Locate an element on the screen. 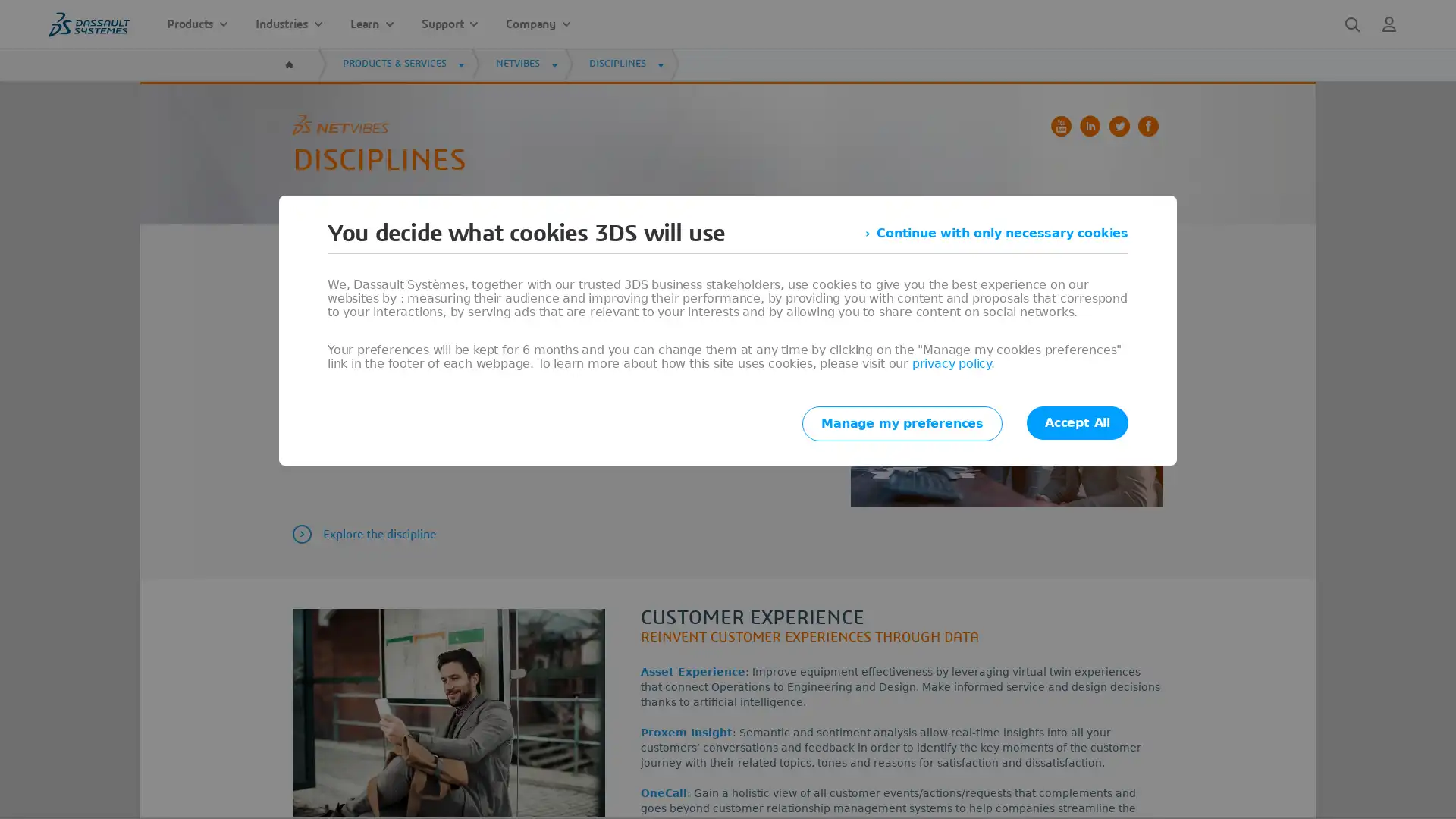 Image resolution: width=1456 pixels, height=819 pixels. Global Search is located at coordinates (1353, 24).